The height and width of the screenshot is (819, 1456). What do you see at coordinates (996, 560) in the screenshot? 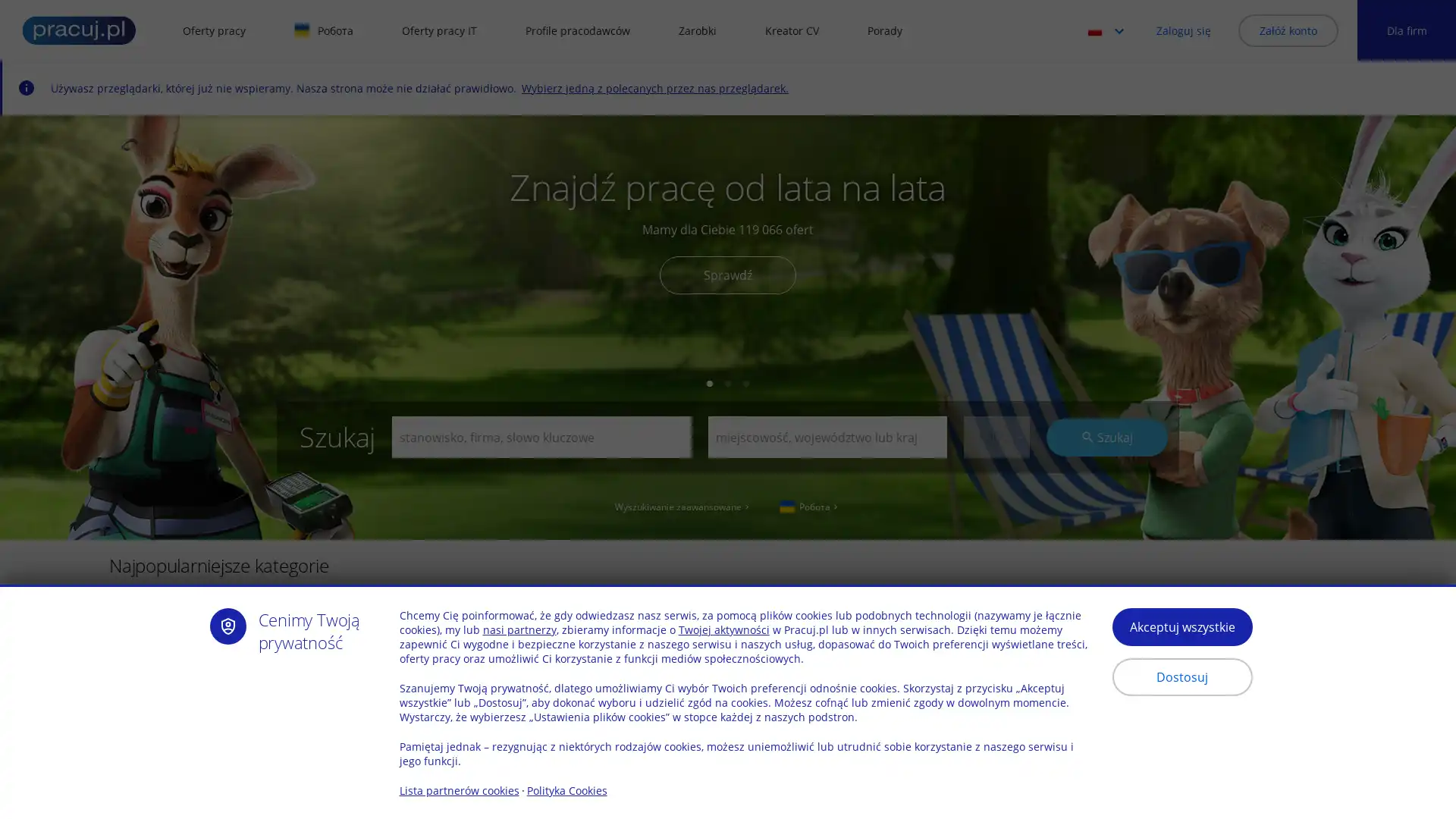
I see `+ 20 km` at bounding box center [996, 560].